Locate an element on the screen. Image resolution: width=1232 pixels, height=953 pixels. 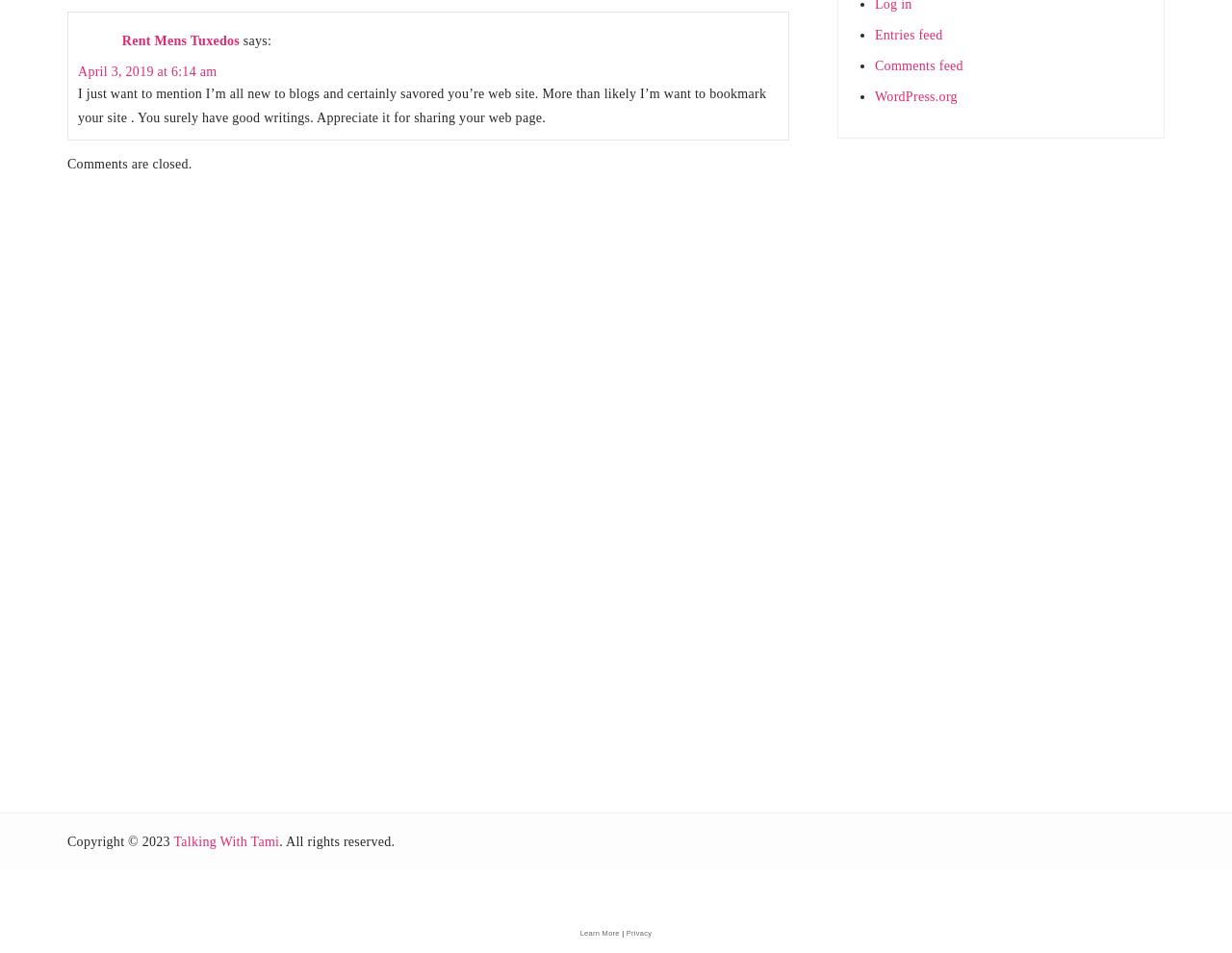
'Rent Mens Tuxedos' is located at coordinates (180, 39).